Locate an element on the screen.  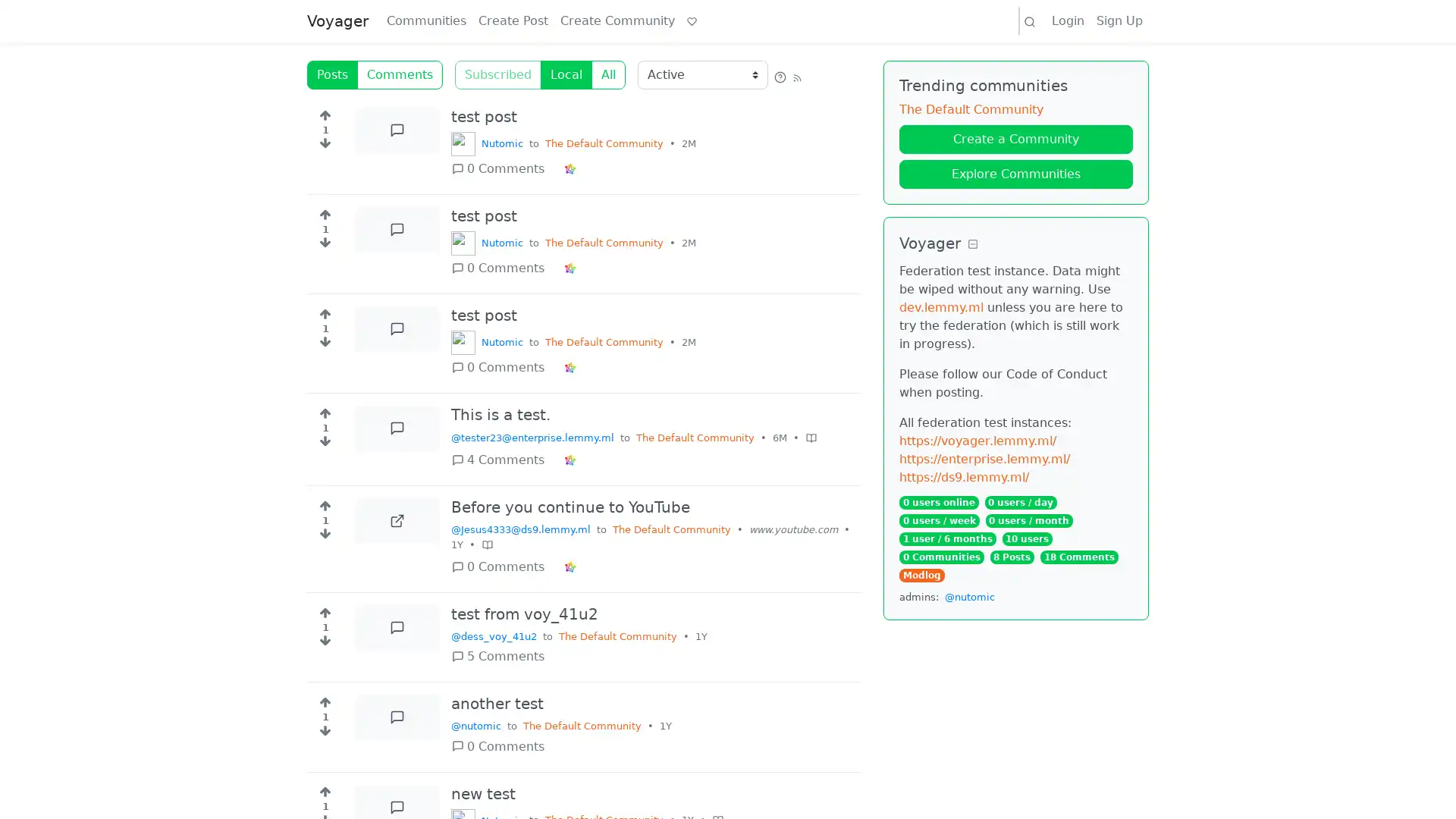
0 Comments is located at coordinates (502, 368).